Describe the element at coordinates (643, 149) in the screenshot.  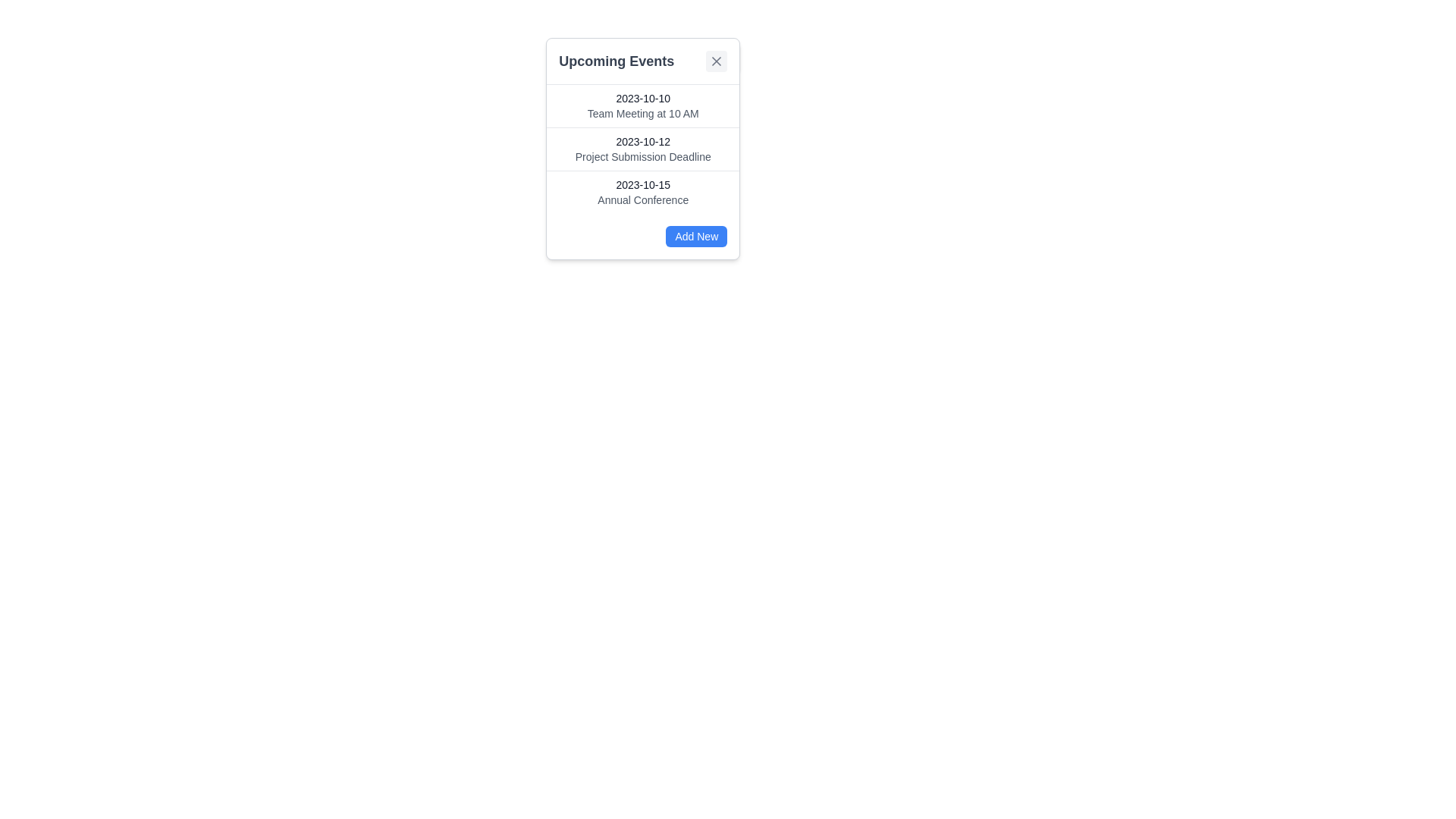
I see `the second text block displaying a date and description within the 'Upcoming Events' card, located between 'Team Meeting at 10 AM' and 'Annual Conference'` at that location.